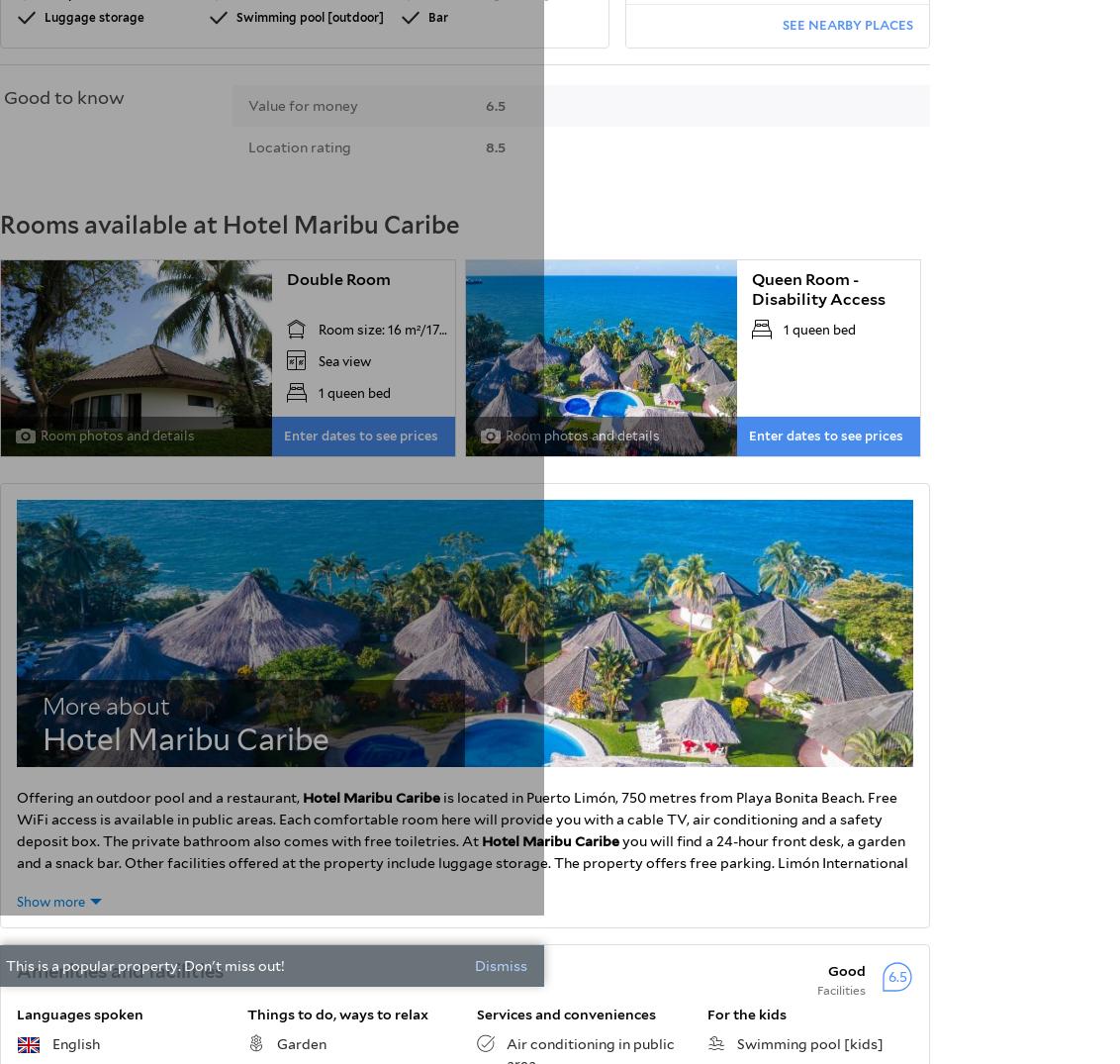 Image resolution: width=1120 pixels, height=1064 pixels. What do you see at coordinates (476, 1013) in the screenshot?
I see `'Services and conveniences'` at bounding box center [476, 1013].